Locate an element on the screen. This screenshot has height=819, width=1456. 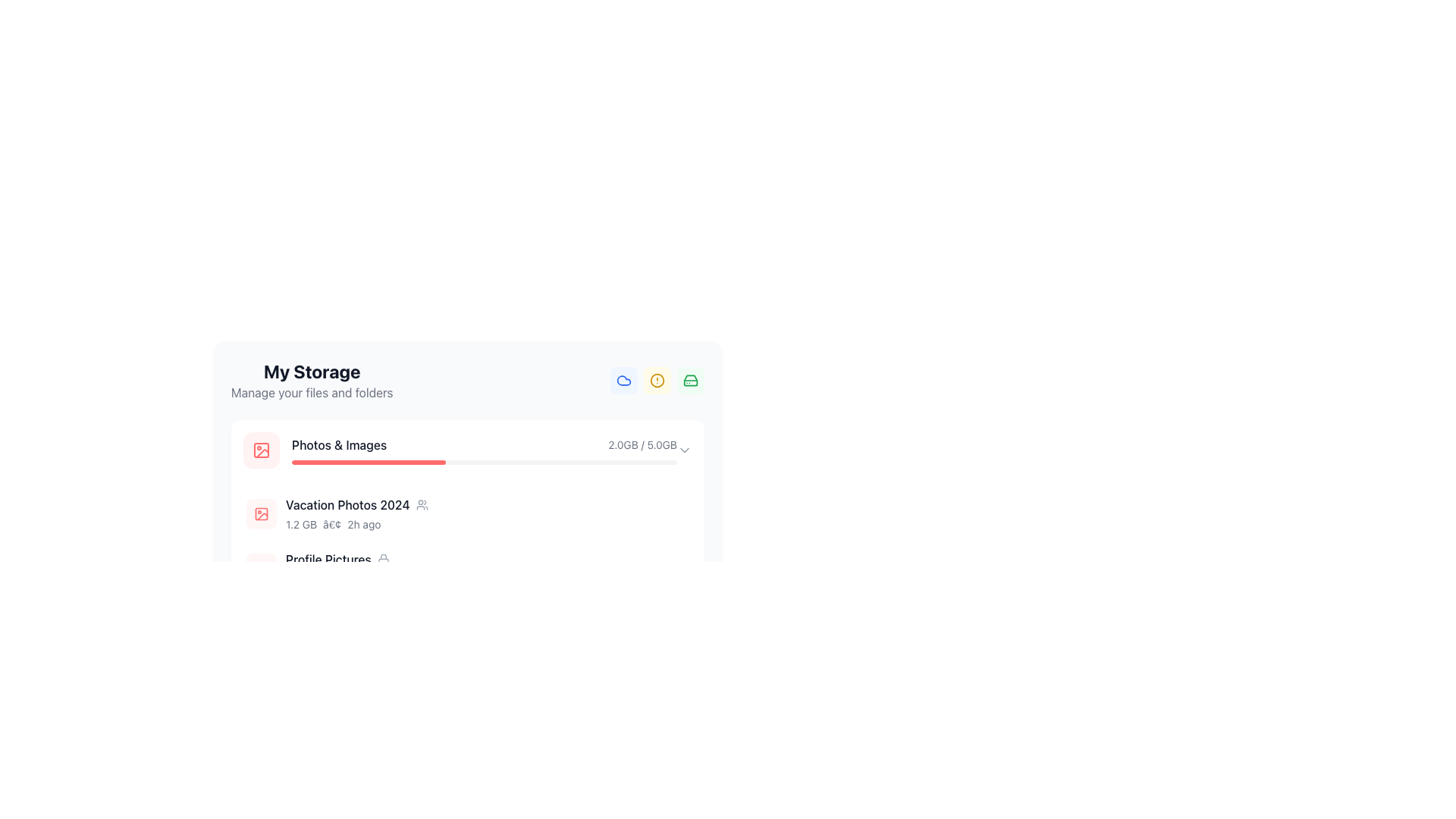
the static text label displaying the size of the file or folder for 'Vacation Photos 2024', which is positioned to the left of the middle dot symbol (•) and the text '2h ago' is located at coordinates (301, 523).